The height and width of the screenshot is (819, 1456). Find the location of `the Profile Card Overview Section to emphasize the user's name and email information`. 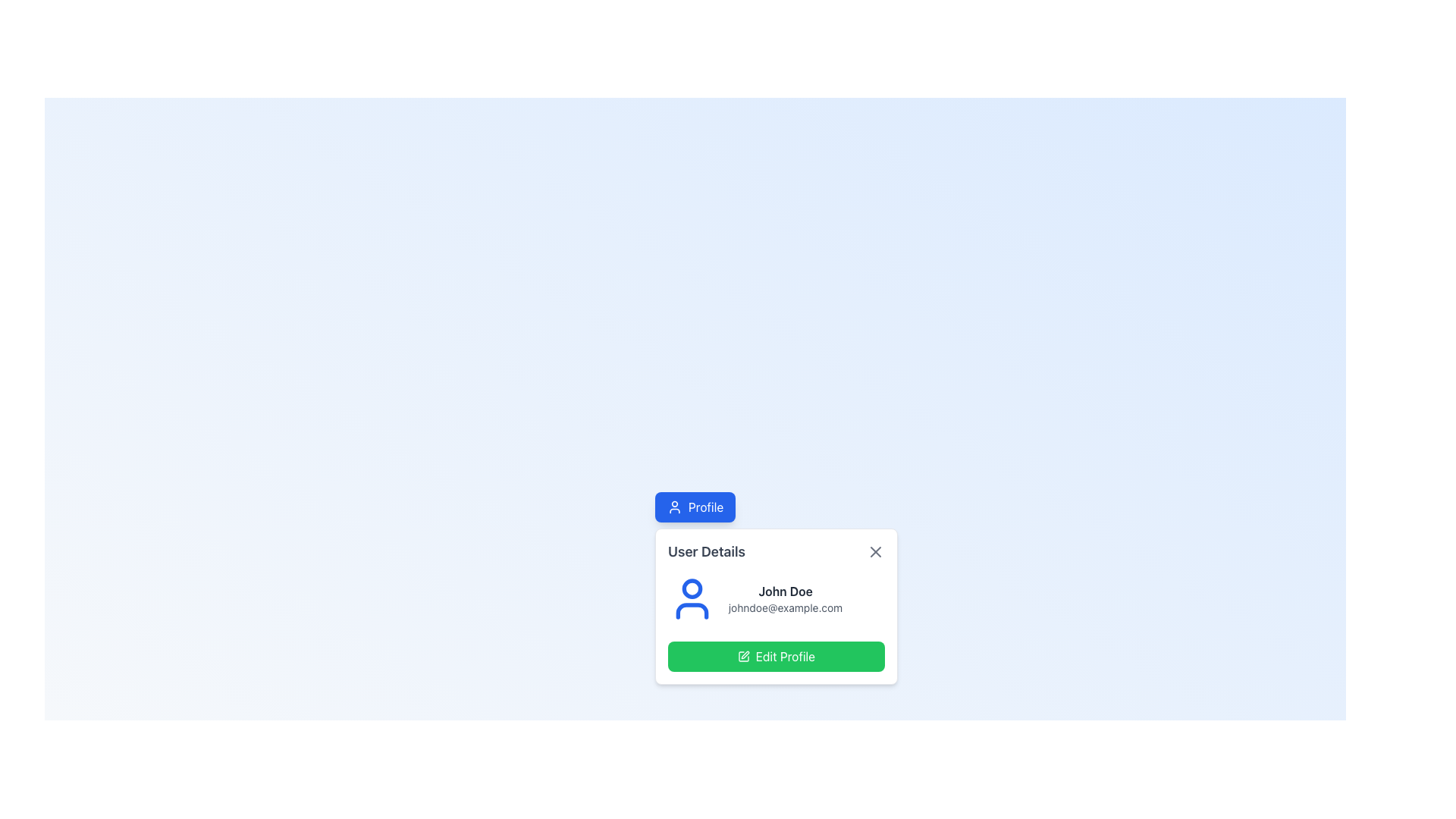

the Profile Card Overview Section to emphasize the user's name and email information is located at coordinates (776, 623).